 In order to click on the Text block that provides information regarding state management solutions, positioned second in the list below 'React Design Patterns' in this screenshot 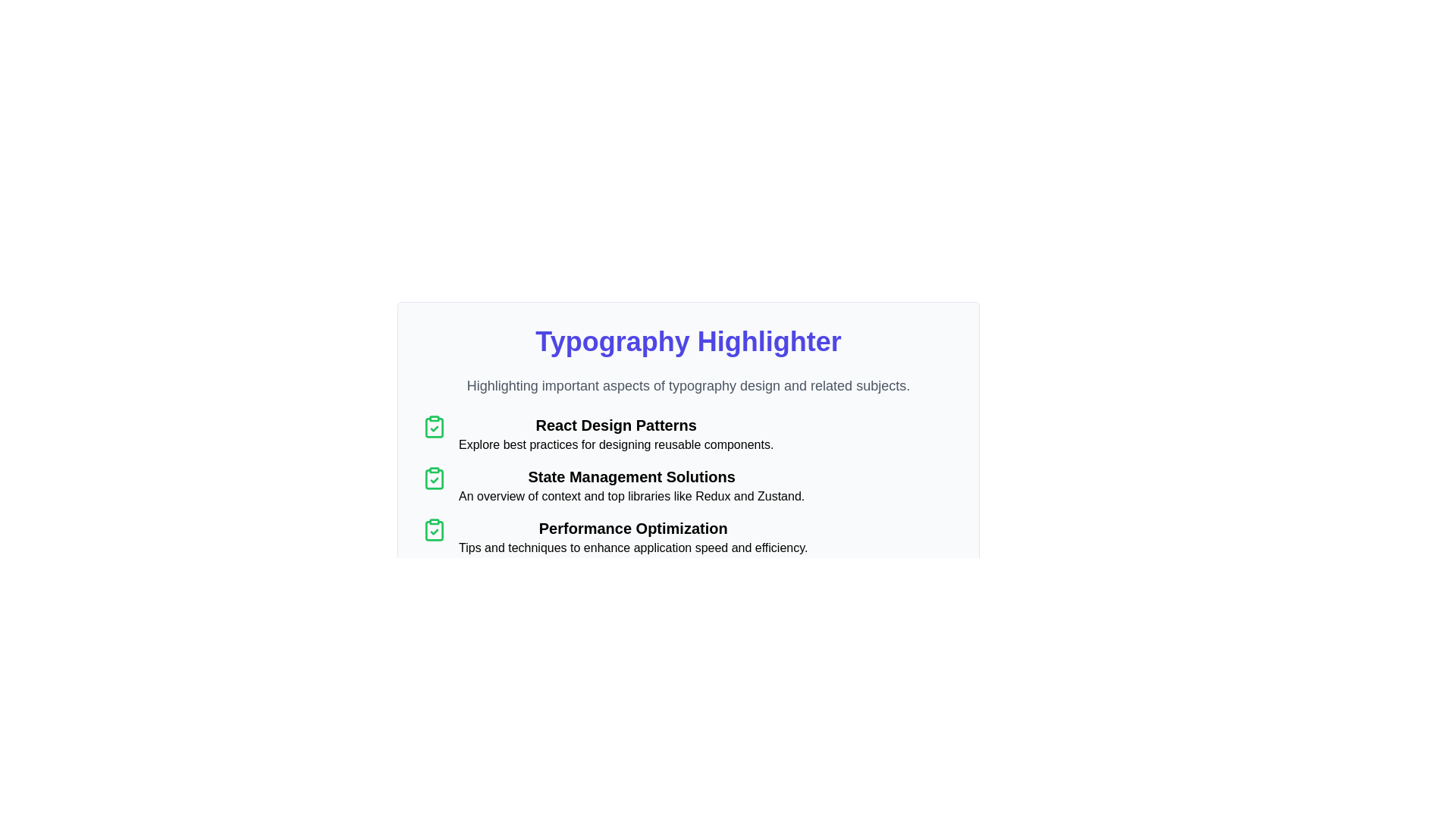, I will do `click(632, 485)`.